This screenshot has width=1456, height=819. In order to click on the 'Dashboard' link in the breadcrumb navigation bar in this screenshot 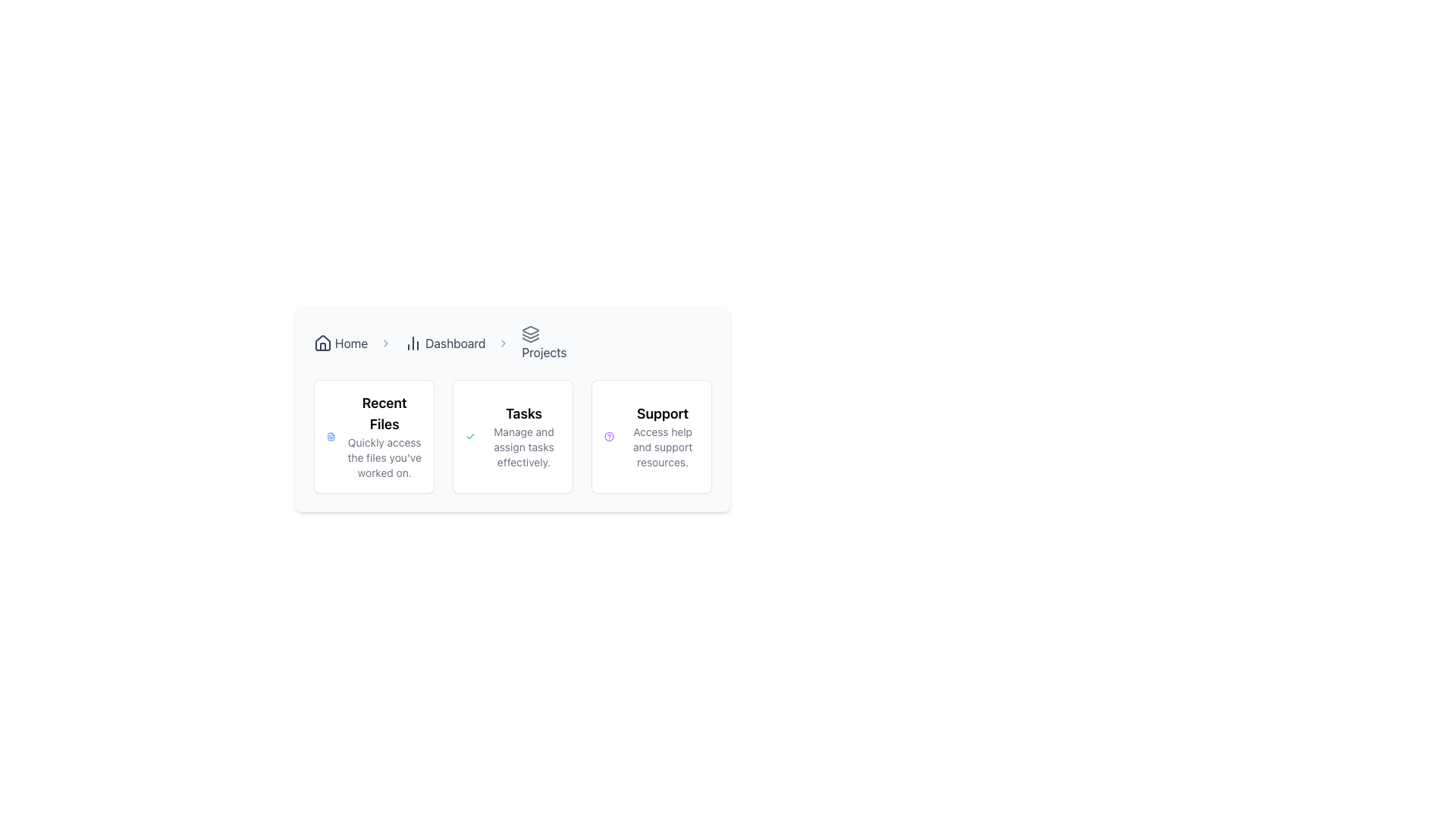, I will do `click(444, 343)`.